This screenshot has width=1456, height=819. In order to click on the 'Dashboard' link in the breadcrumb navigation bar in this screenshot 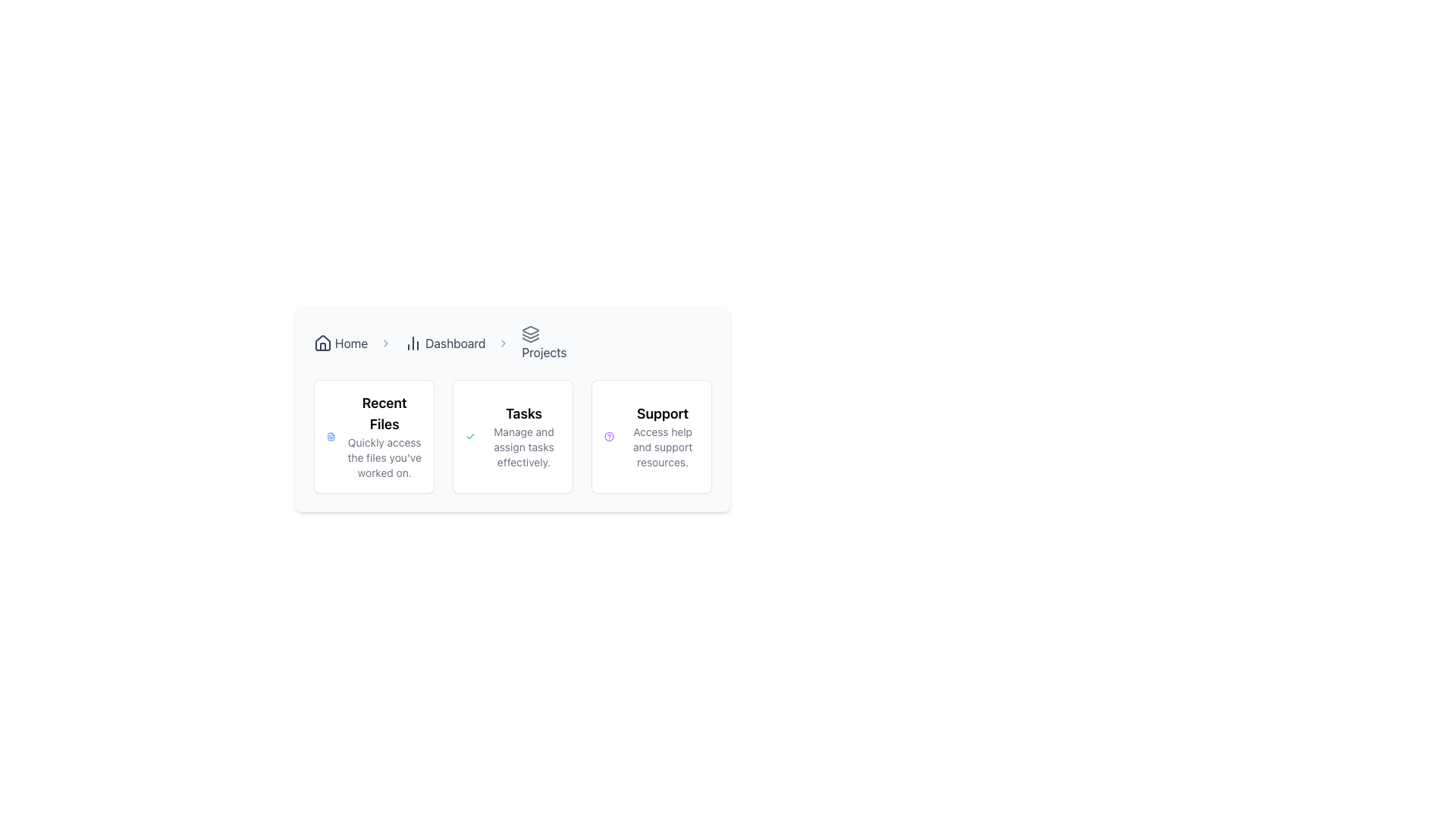, I will do `click(444, 343)`.